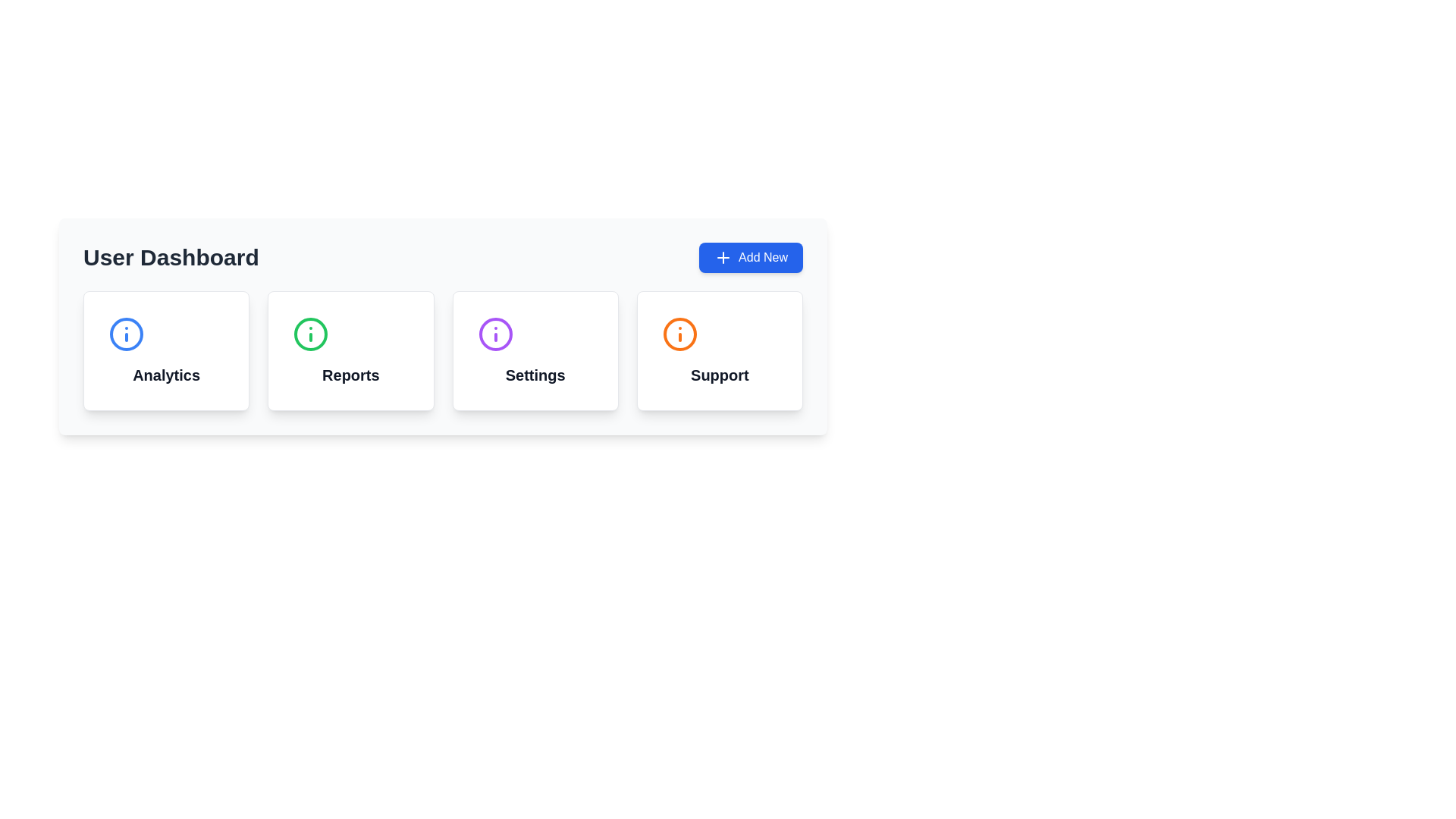  I want to click on the decorative SVG information icon located at the center of the 'Reports' card in the dashboard layout, so click(310, 333).